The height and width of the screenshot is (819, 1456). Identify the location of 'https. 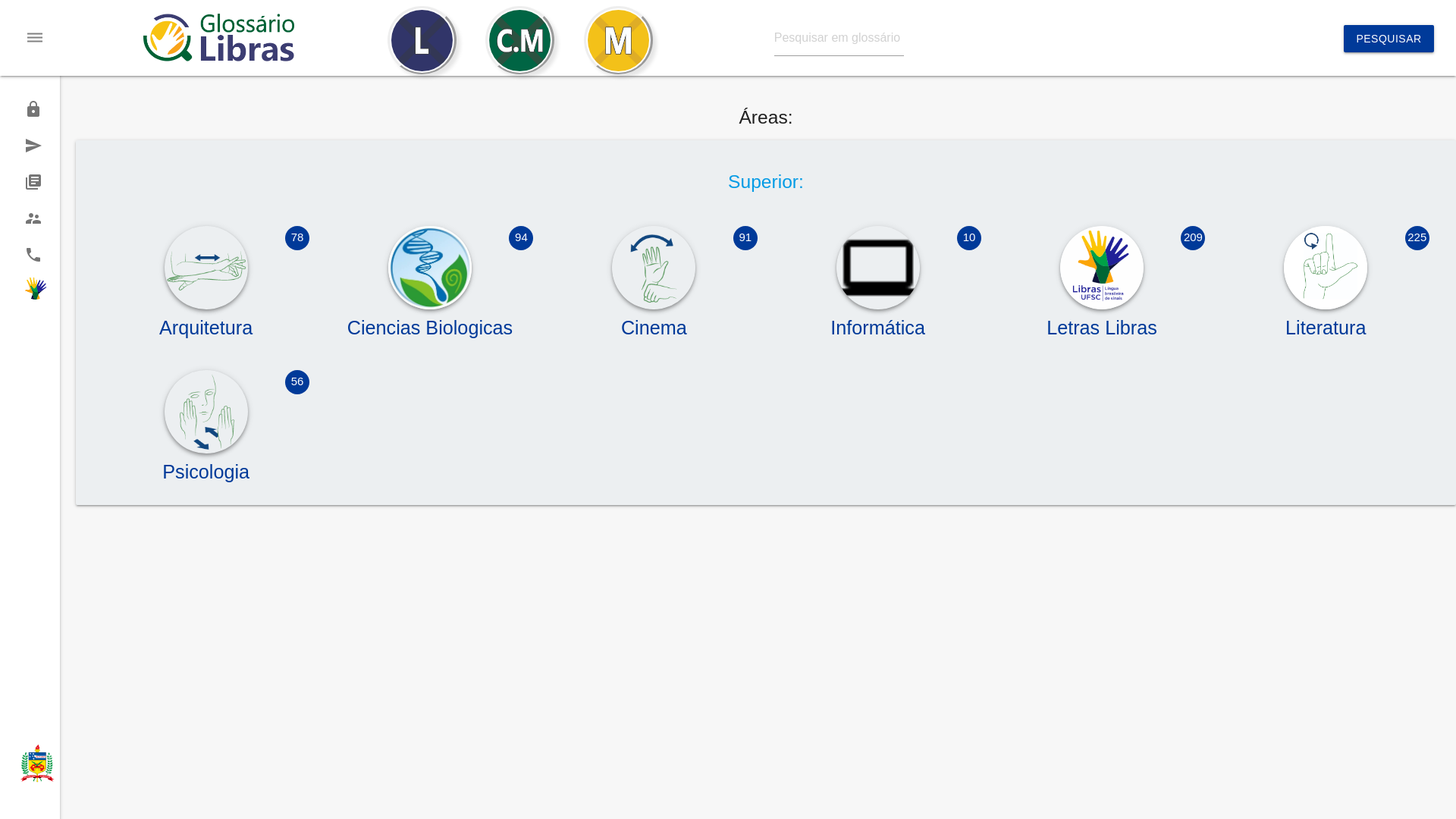
(30, 108).